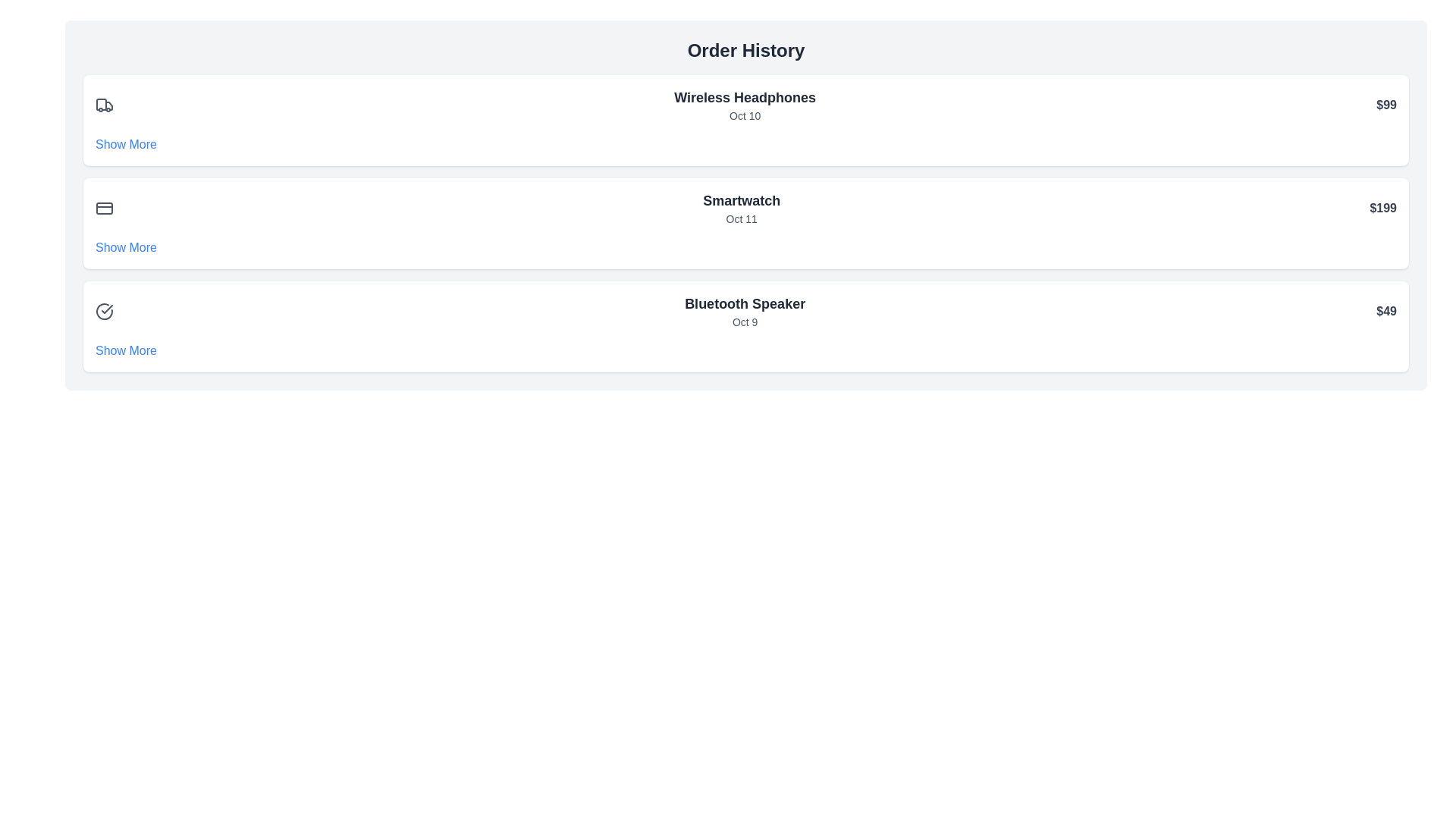 The image size is (1456, 819). Describe the element at coordinates (104, 208) in the screenshot. I see `the small rectangular graphic that is part of the credit card icon located in the second item of the vertical list, to the left of the text 'Smartwatch'` at that location.